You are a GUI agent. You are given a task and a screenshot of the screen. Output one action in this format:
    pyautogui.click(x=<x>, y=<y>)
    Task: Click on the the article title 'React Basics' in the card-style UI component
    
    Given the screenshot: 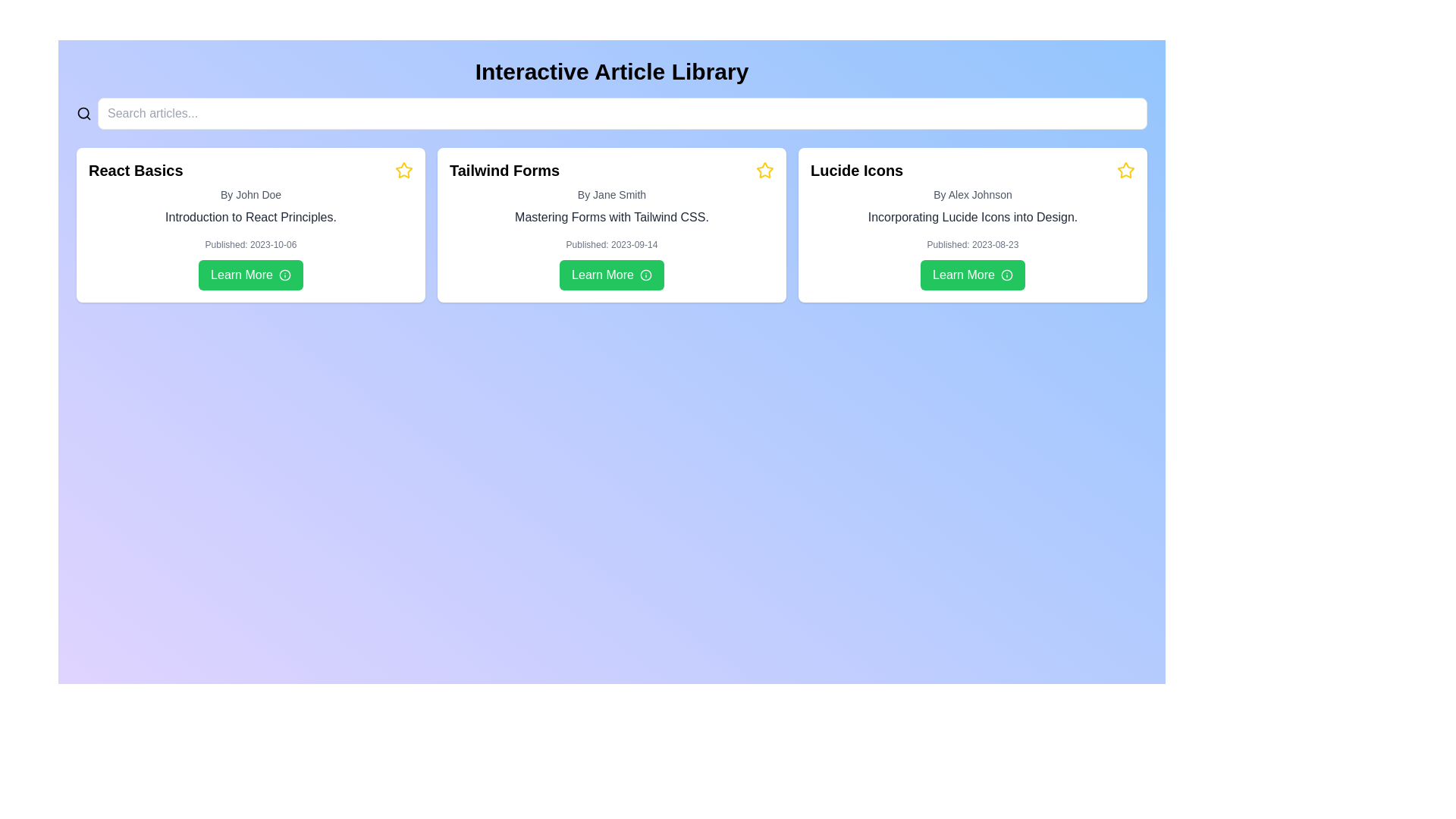 What is the action you would take?
    pyautogui.click(x=251, y=225)
    